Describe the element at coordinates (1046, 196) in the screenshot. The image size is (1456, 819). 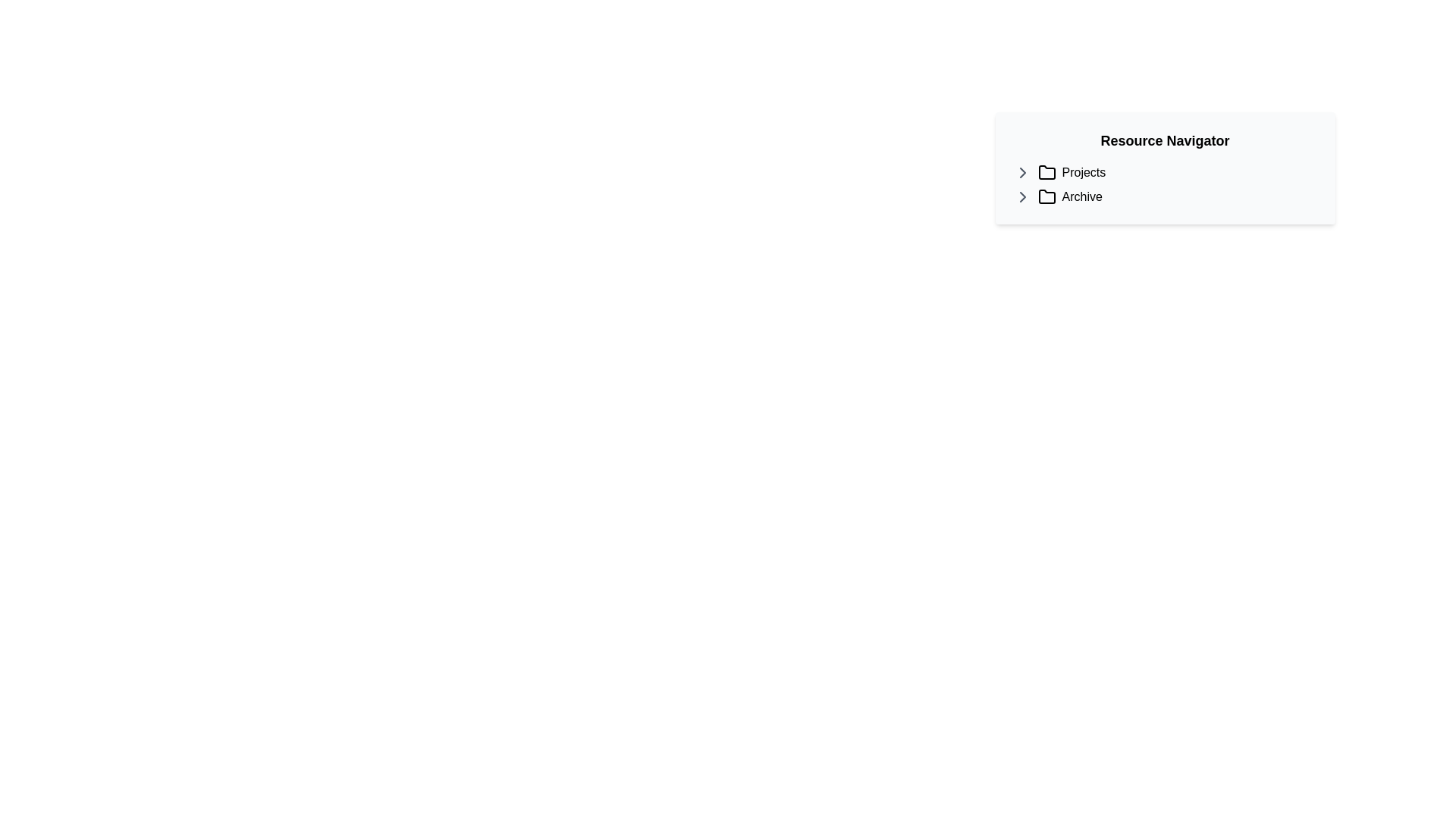
I see `the folder icon representing the 'Archive' option in the 'Resource Navigator'` at that location.